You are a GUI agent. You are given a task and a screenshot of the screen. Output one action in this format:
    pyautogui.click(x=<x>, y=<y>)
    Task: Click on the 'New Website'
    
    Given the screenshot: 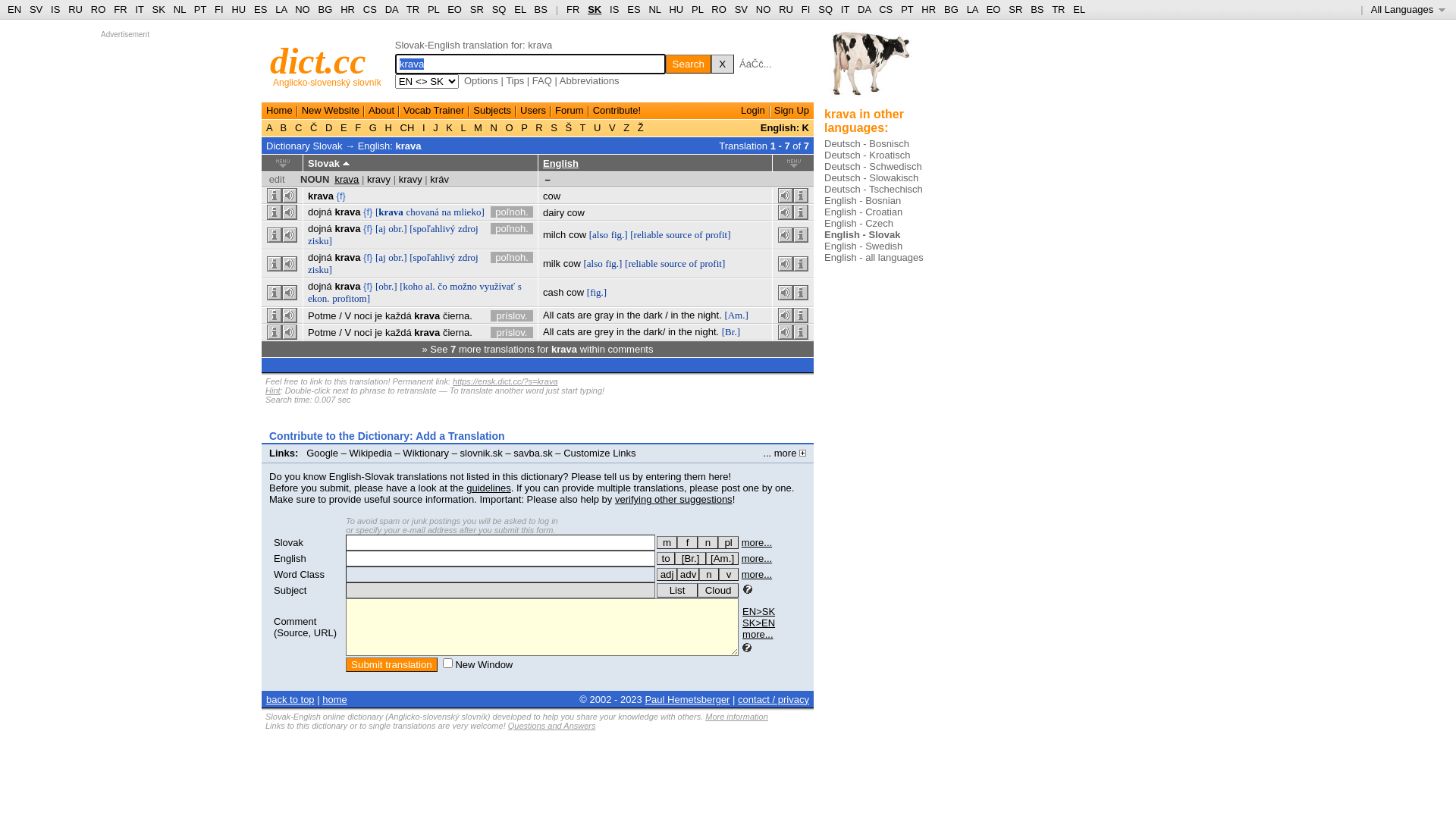 What is the action you would take?
    pyautogui.click(x=330, y=109)
    